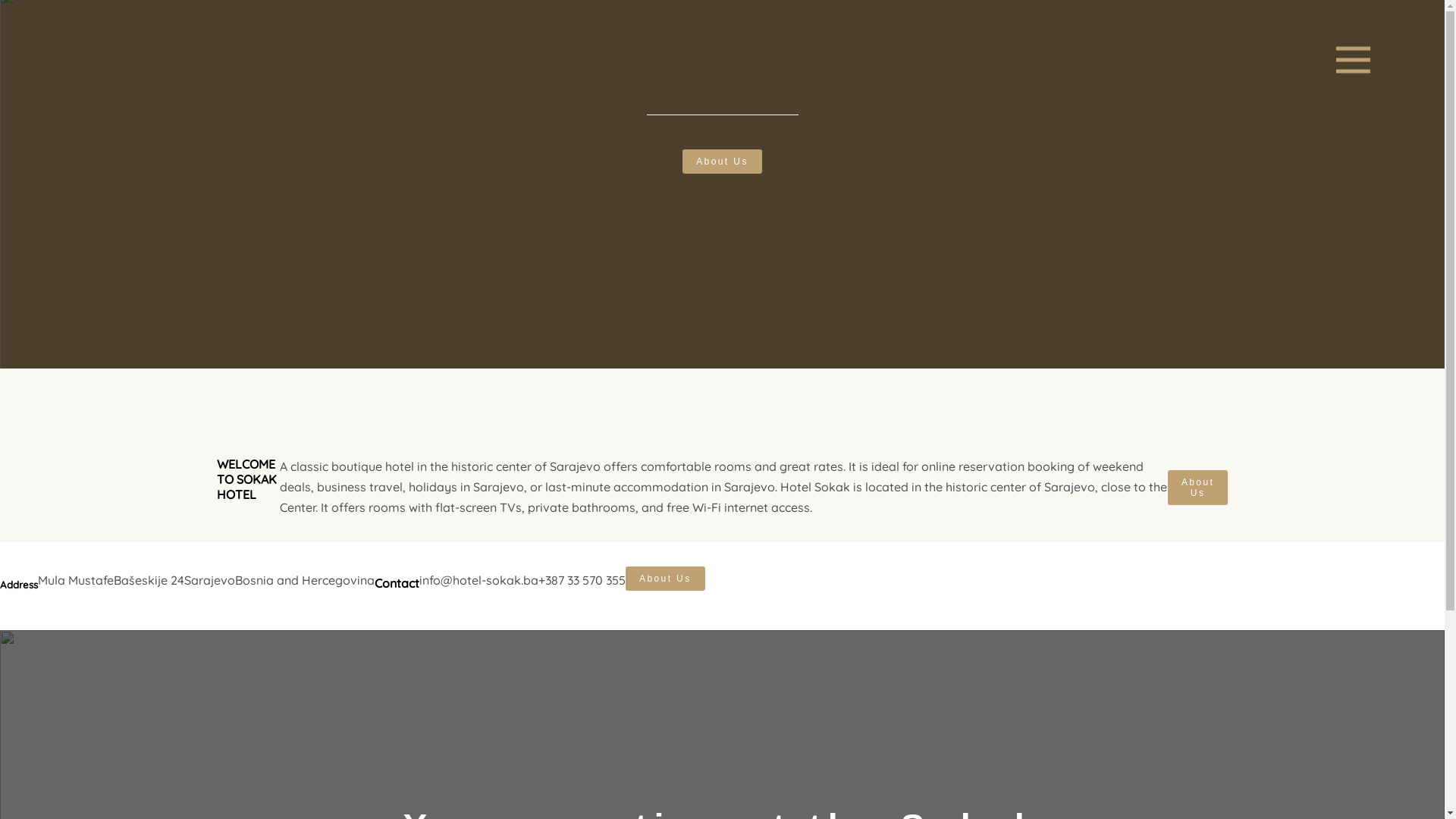 This screenshot has height=819, width=1456. Describe the element at coordinates (665, 579) in the screenshot. I see `'About Us'` at that location.